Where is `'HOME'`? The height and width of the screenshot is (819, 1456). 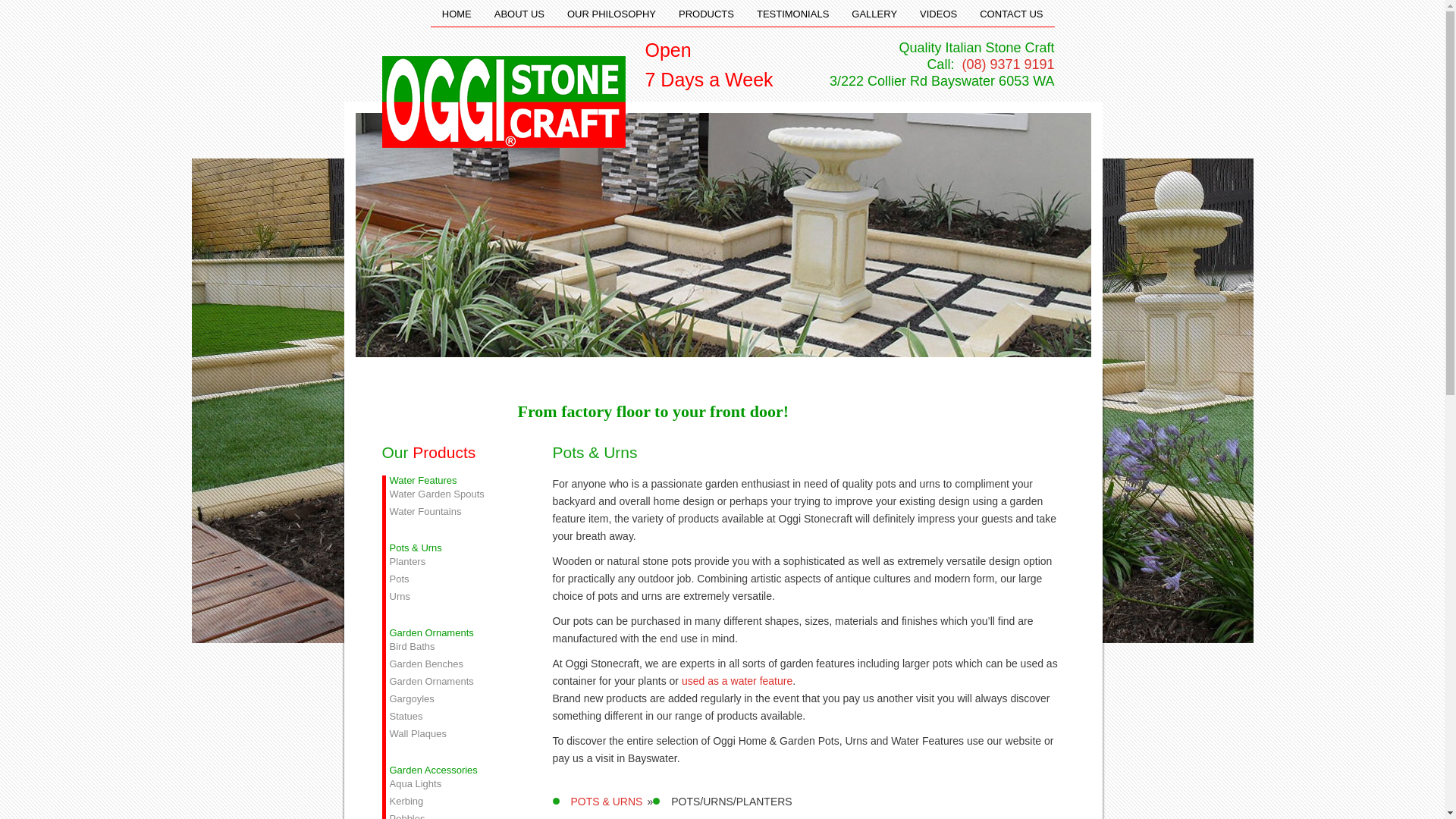 'HOME' is located at coordinates (456, 13).